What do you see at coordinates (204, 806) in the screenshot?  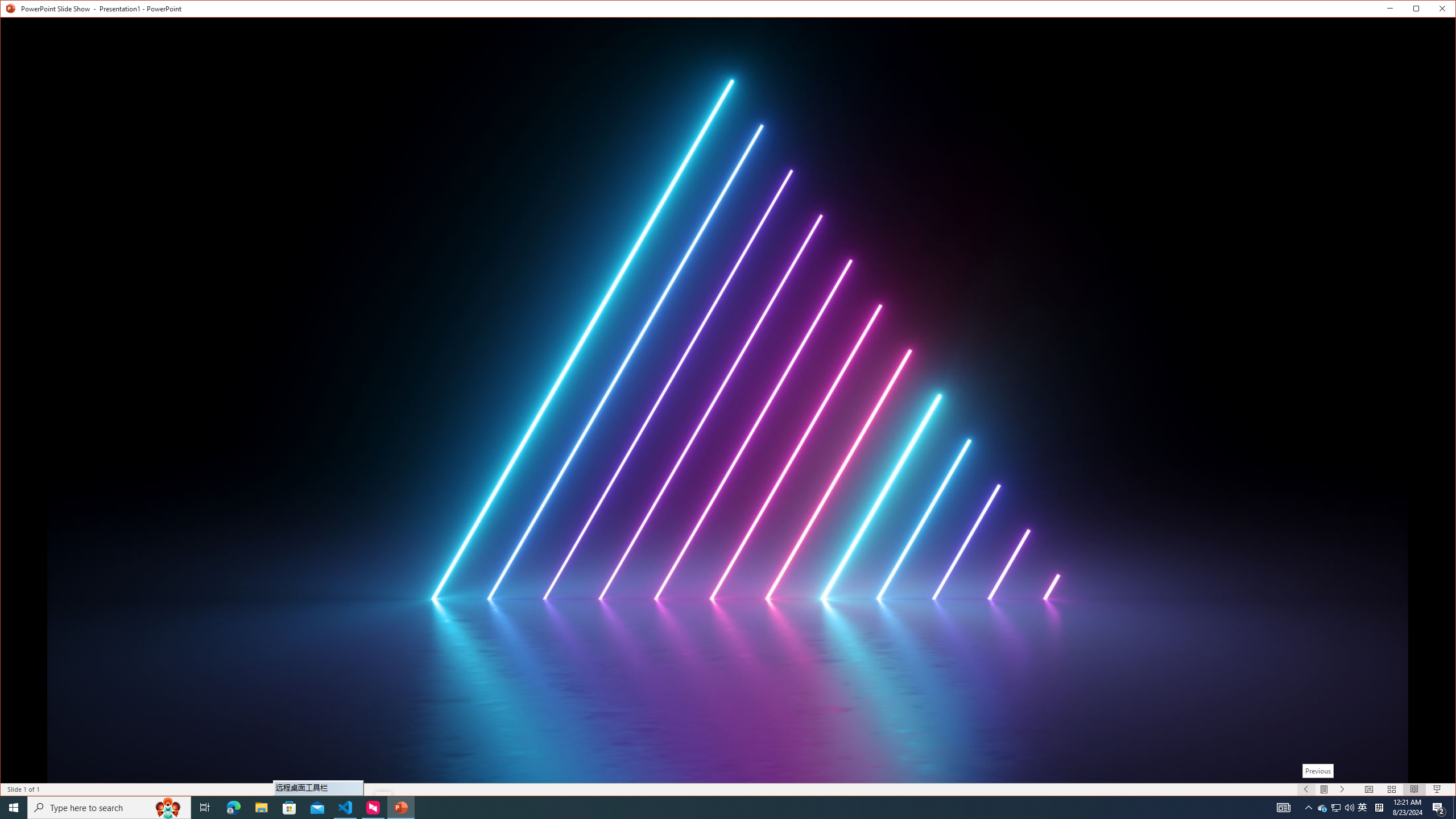 I see `'Task View'` at bounding box center [204, 806].